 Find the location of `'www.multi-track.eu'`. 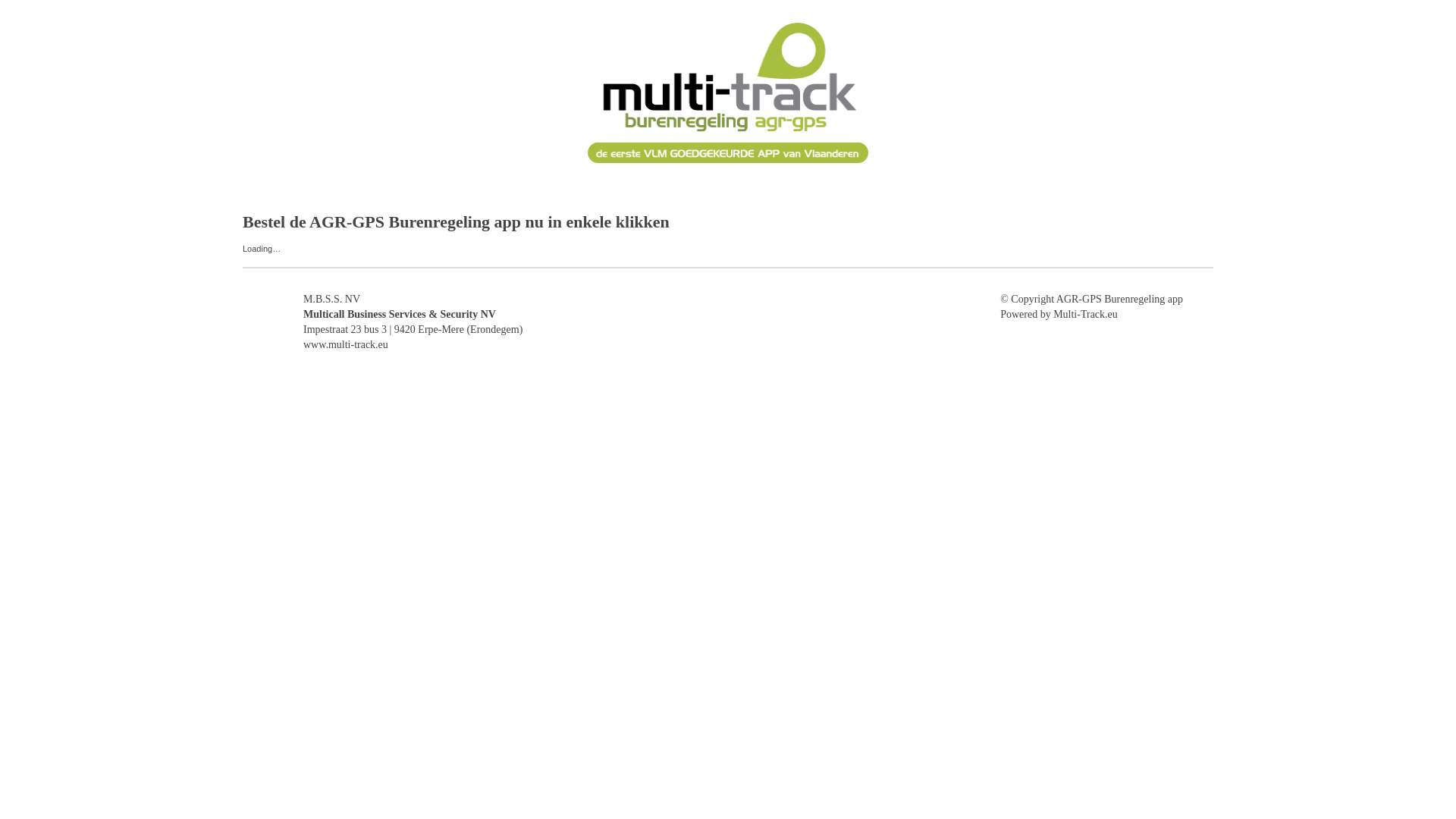

'www.multi-track.eu' is located at coordinates (345, 344).